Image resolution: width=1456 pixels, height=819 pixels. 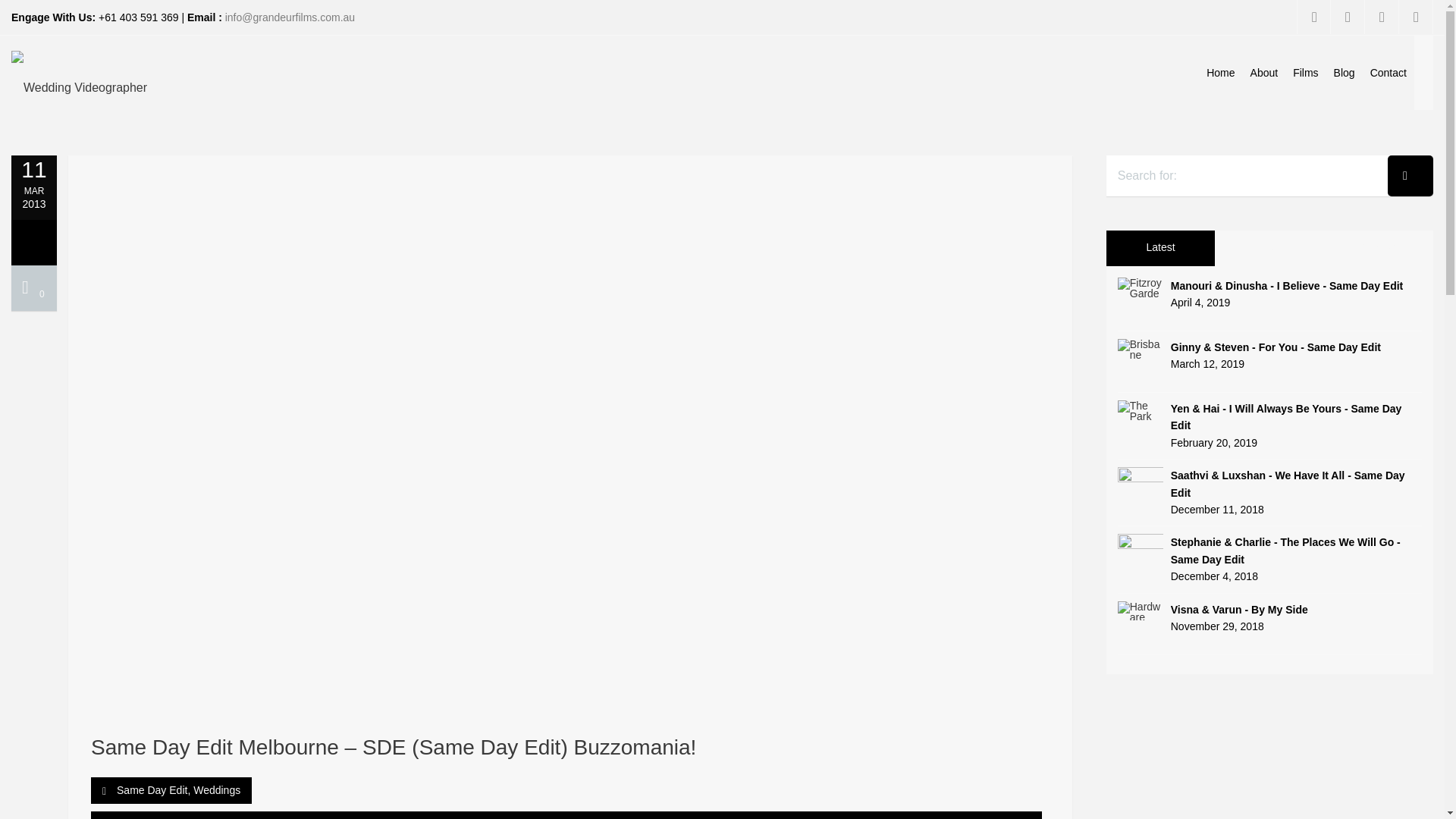 I want to click on 'info@grandeurfilms.com.au', so click(x=224, y=17).